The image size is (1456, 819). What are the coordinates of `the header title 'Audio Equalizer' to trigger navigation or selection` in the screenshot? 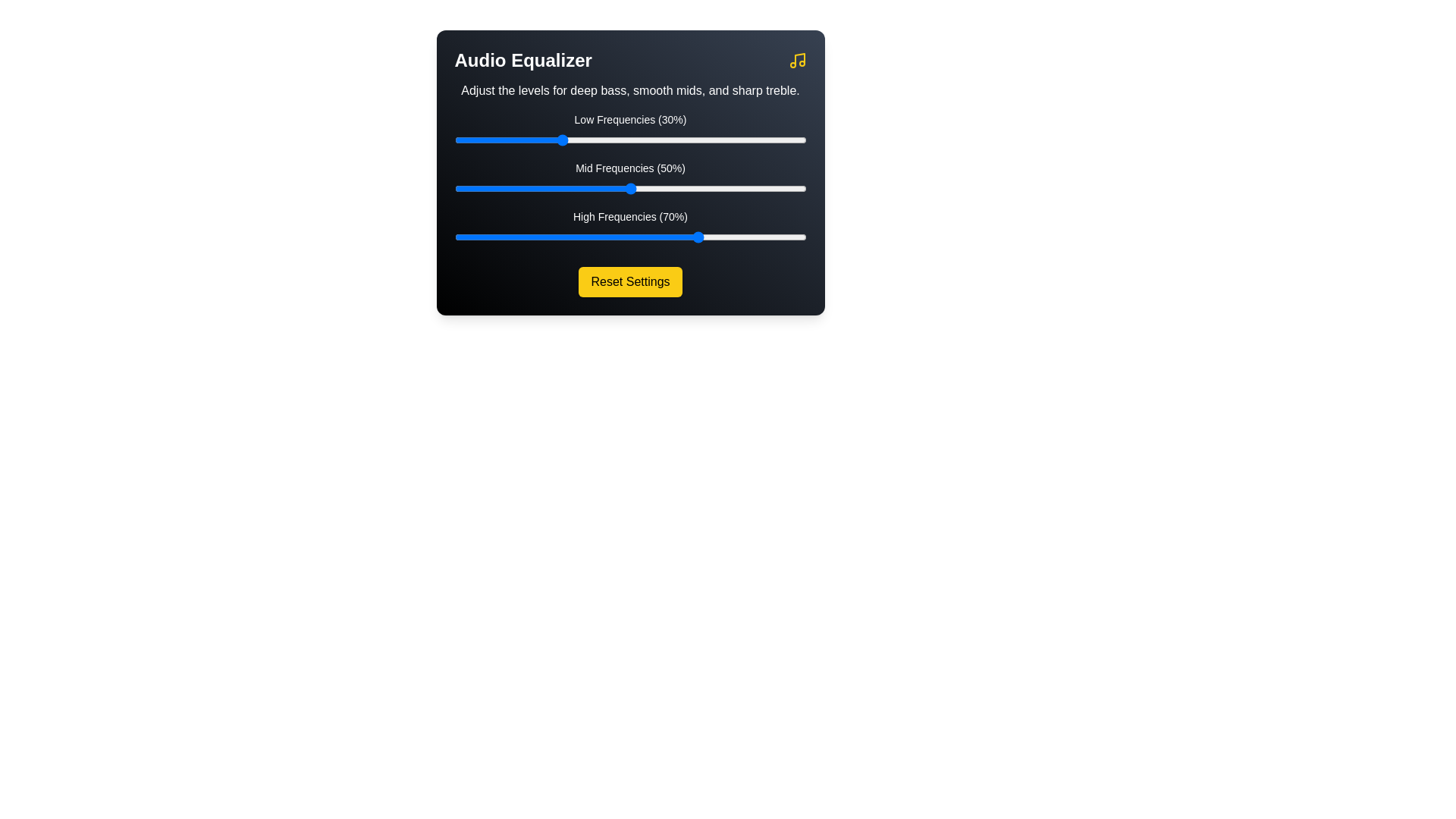 It's located at (523, 60).